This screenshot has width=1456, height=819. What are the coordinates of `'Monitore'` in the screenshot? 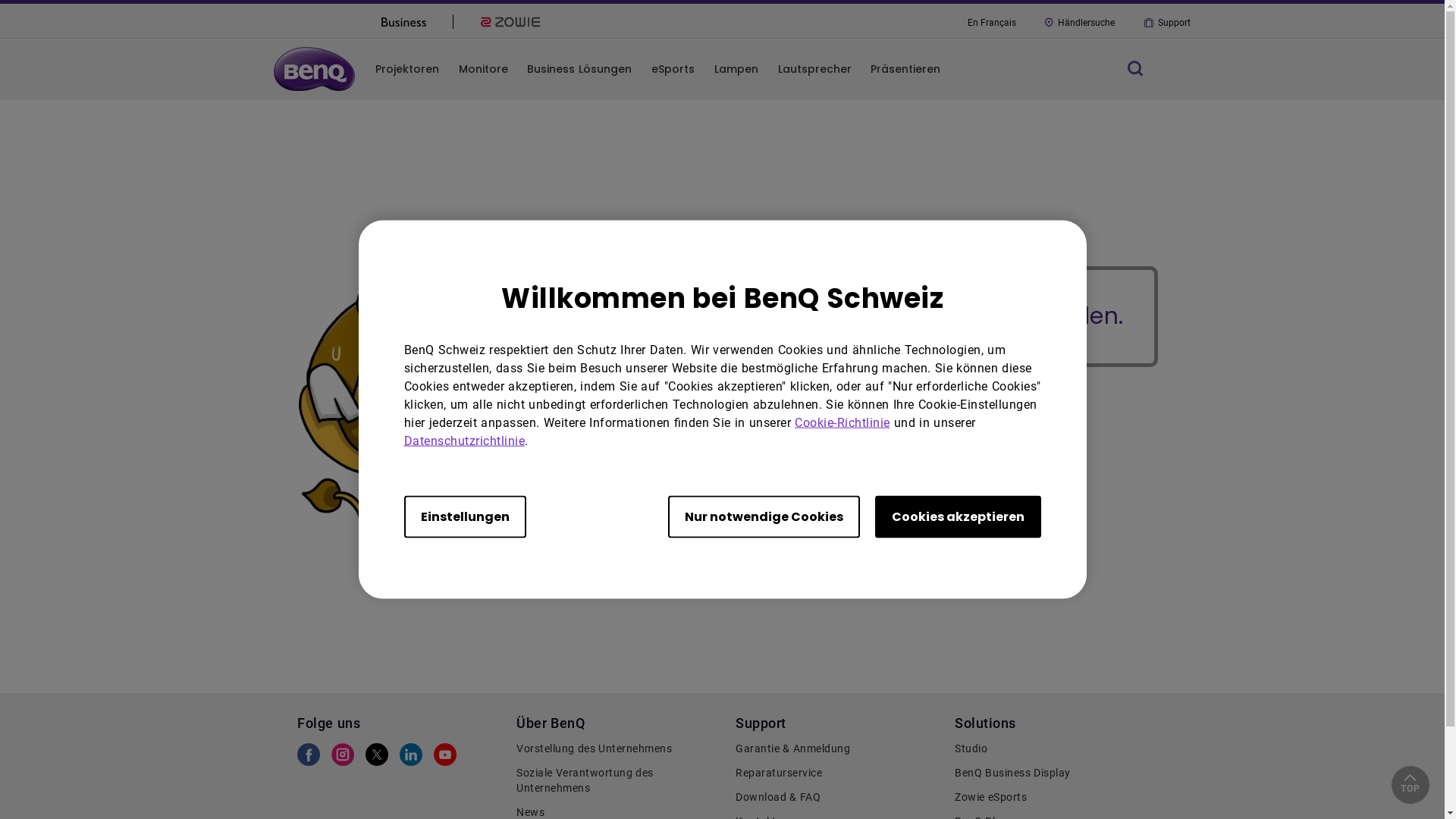 It's located at (449, 69).